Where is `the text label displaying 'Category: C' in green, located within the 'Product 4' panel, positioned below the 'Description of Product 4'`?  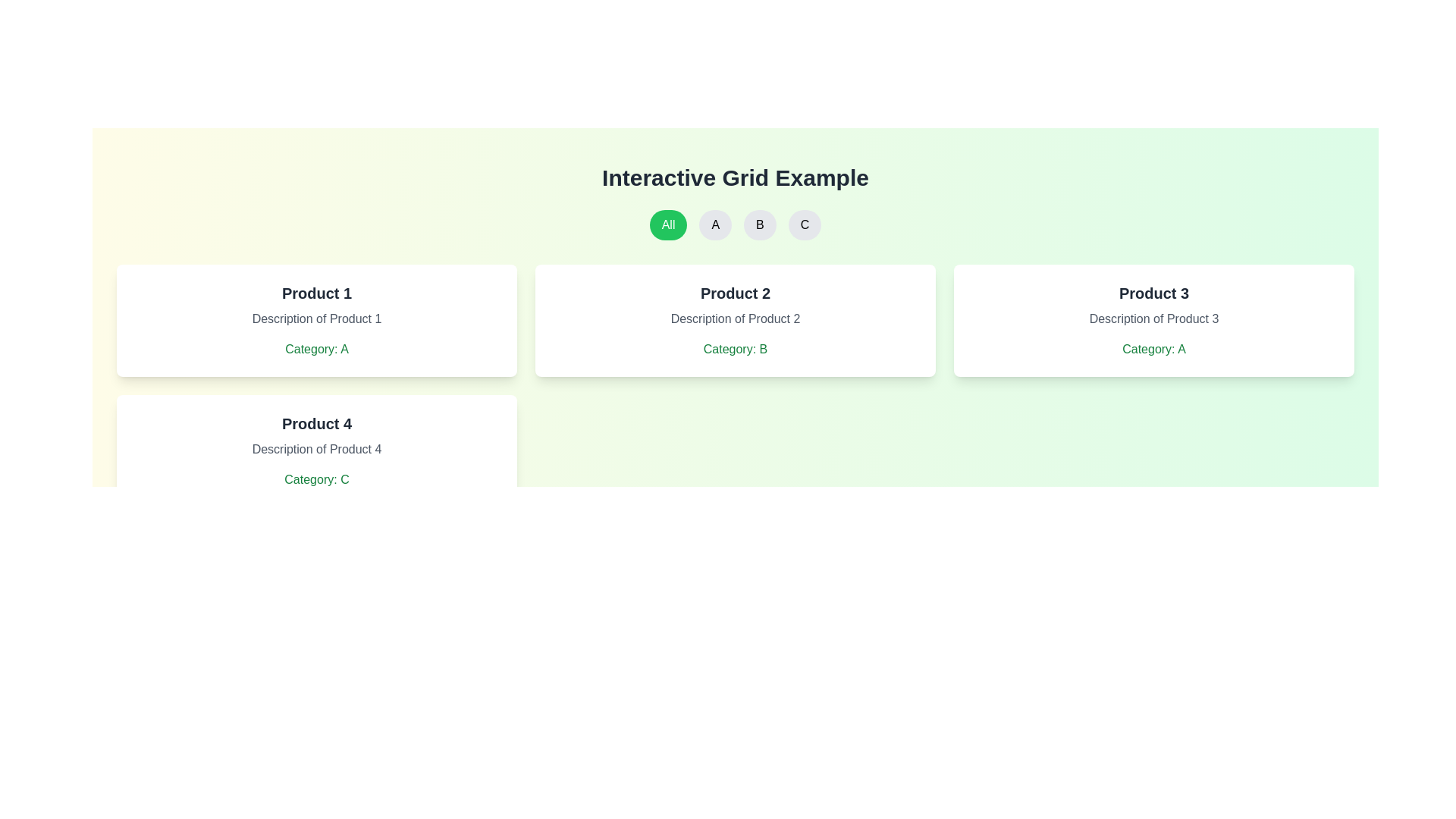 the text label displaying 'Category: C' in green, located within the 'Product 4' panel, positioned below the 'Description of Product 4' is located at coordinates (315, 479).